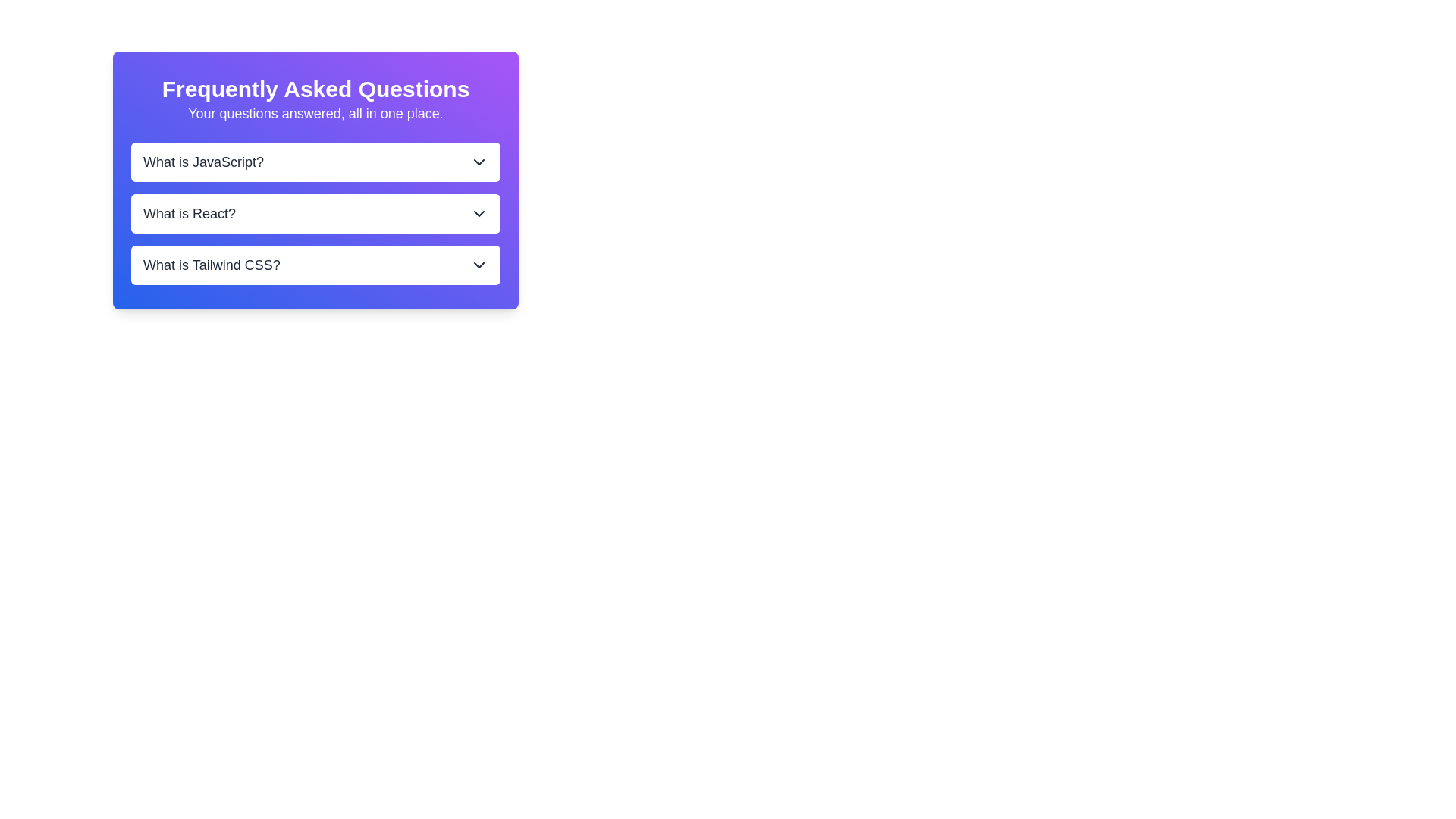 The height and width of the screenshot is (819, 1456). What do you see at coordinates (188, 213) in the screenshot?
I see `the descriptive text label that serves as a header in the Frequently Asked Questions interface` at bounding box center [188, 213].